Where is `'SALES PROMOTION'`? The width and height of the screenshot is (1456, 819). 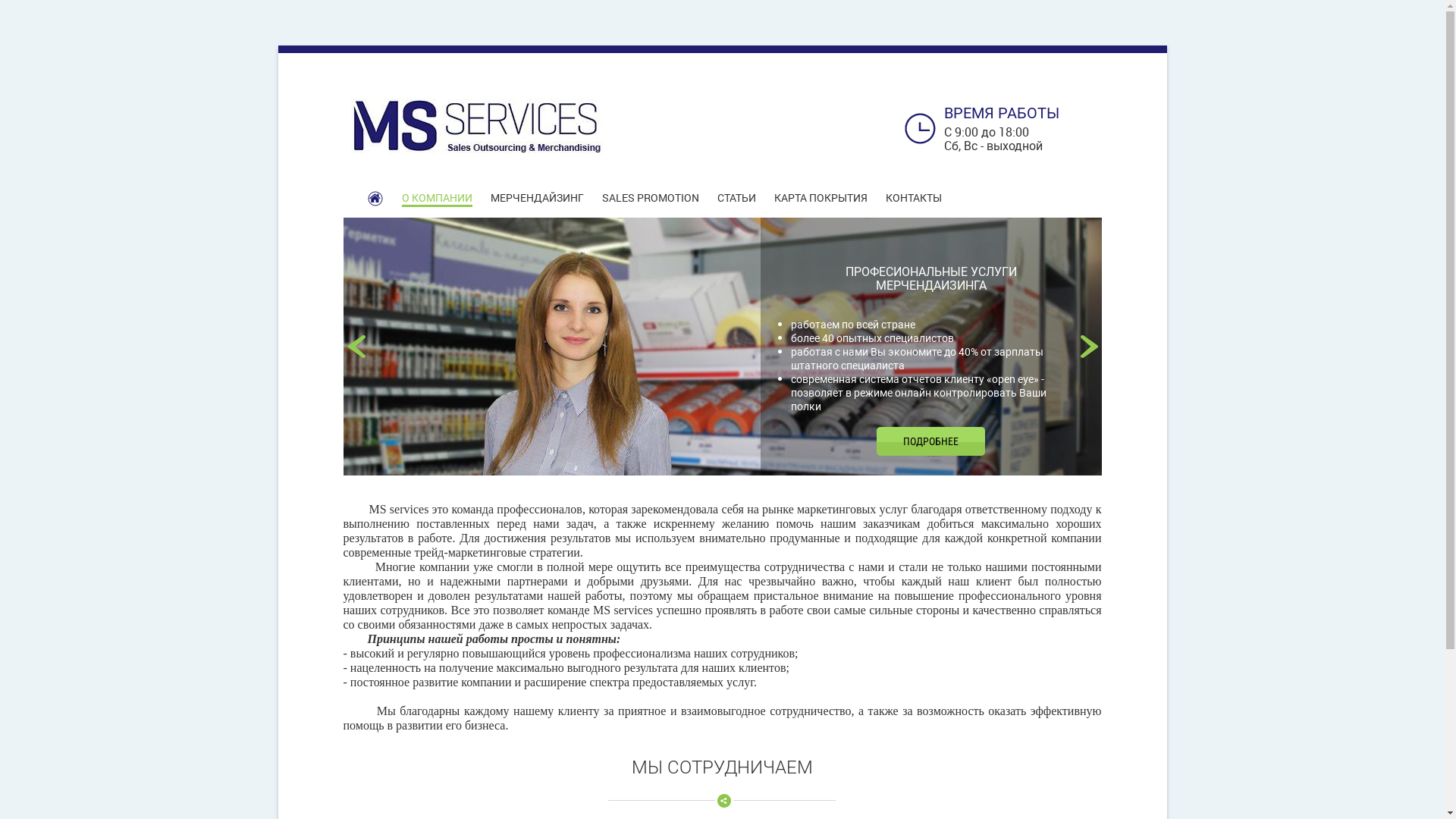
'SALES PROMOTION' is located at coordinates (651, 197).